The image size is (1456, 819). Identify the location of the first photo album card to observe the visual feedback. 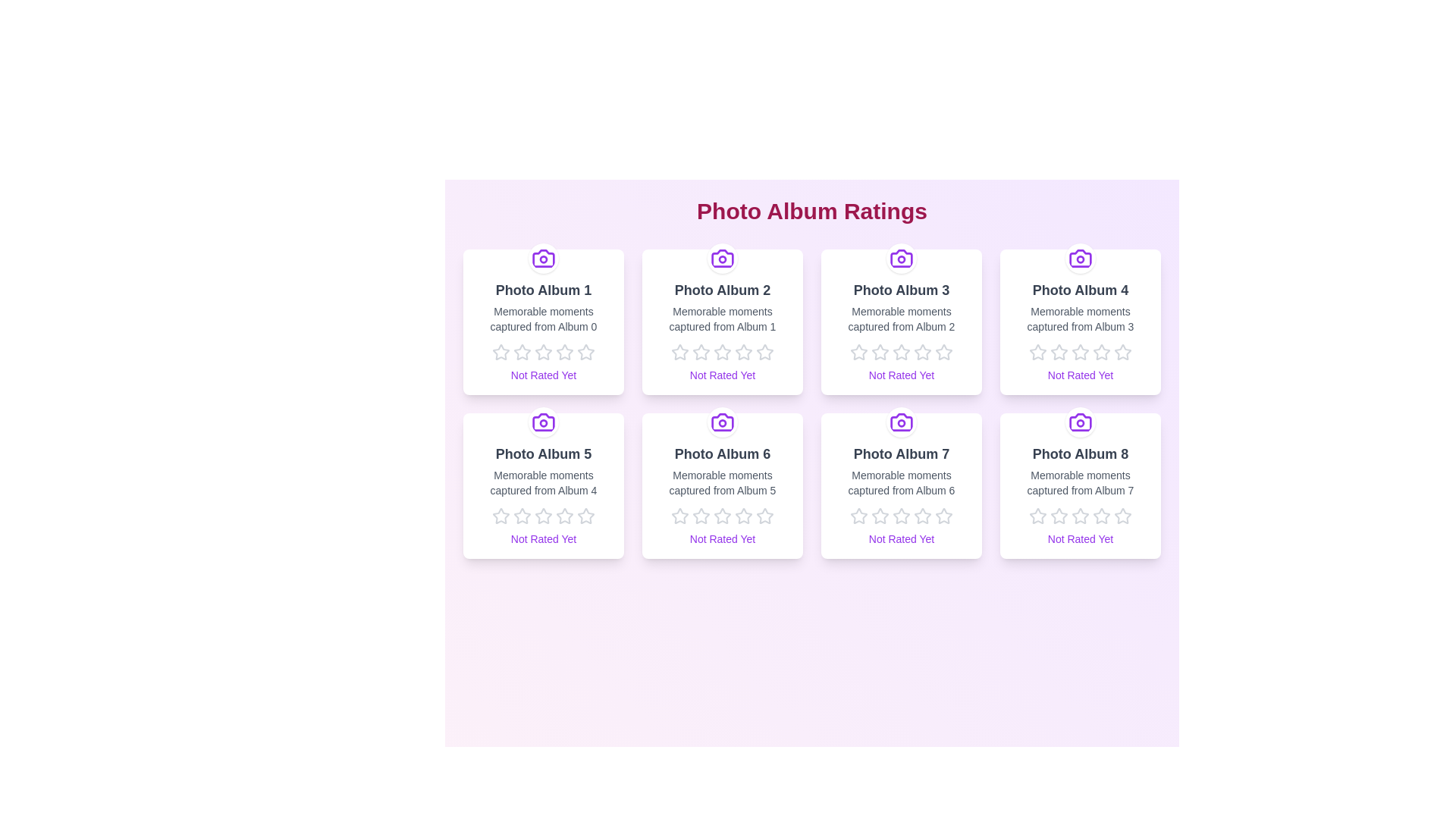
(543, 321).